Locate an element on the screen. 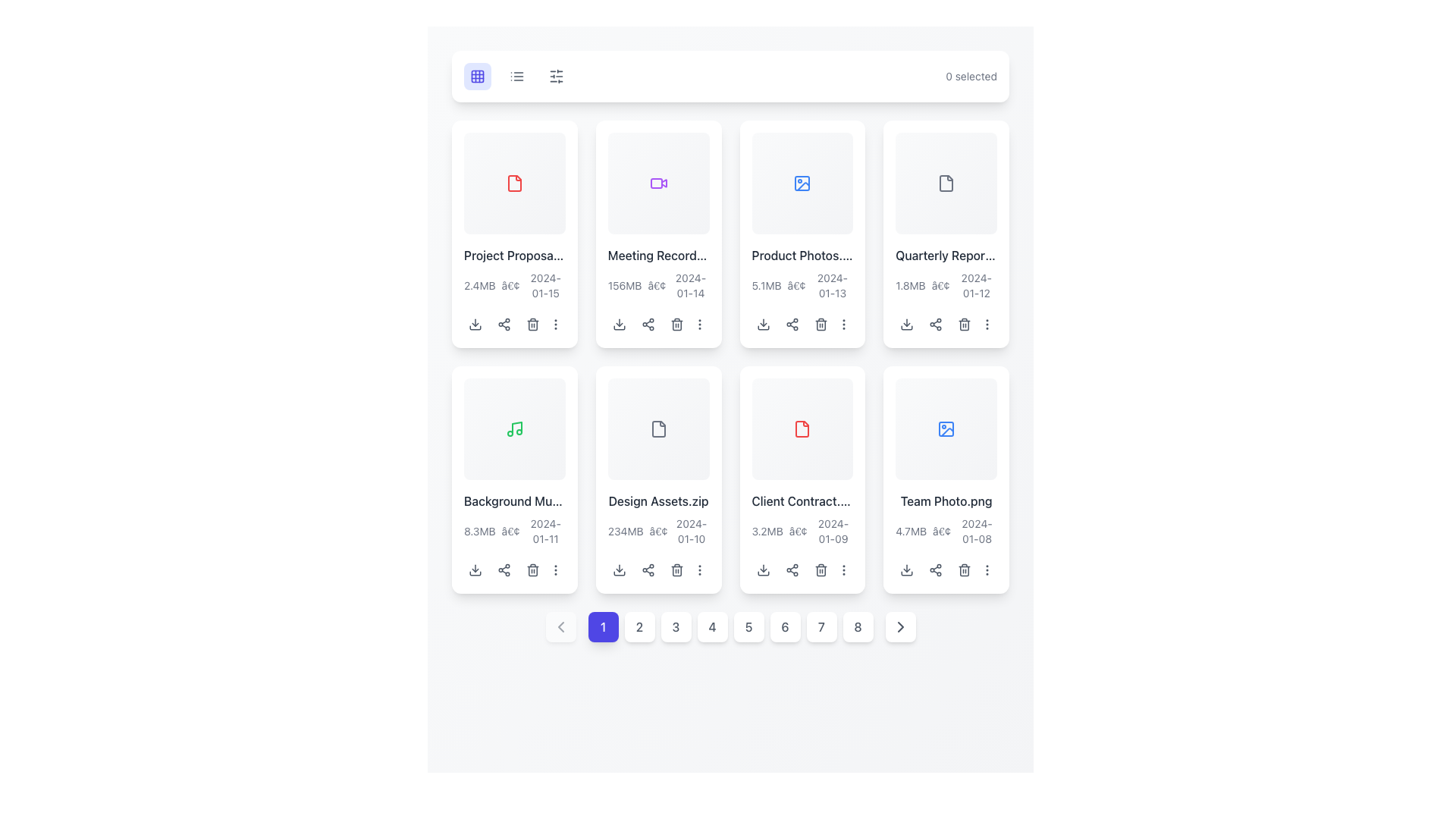  the video icon located in the upper right part of the grid layout of cards, specifically in the second column of the first row, which indicates a video or recording for the 'Meeting Record...' card is located at coordinates (658, 182).